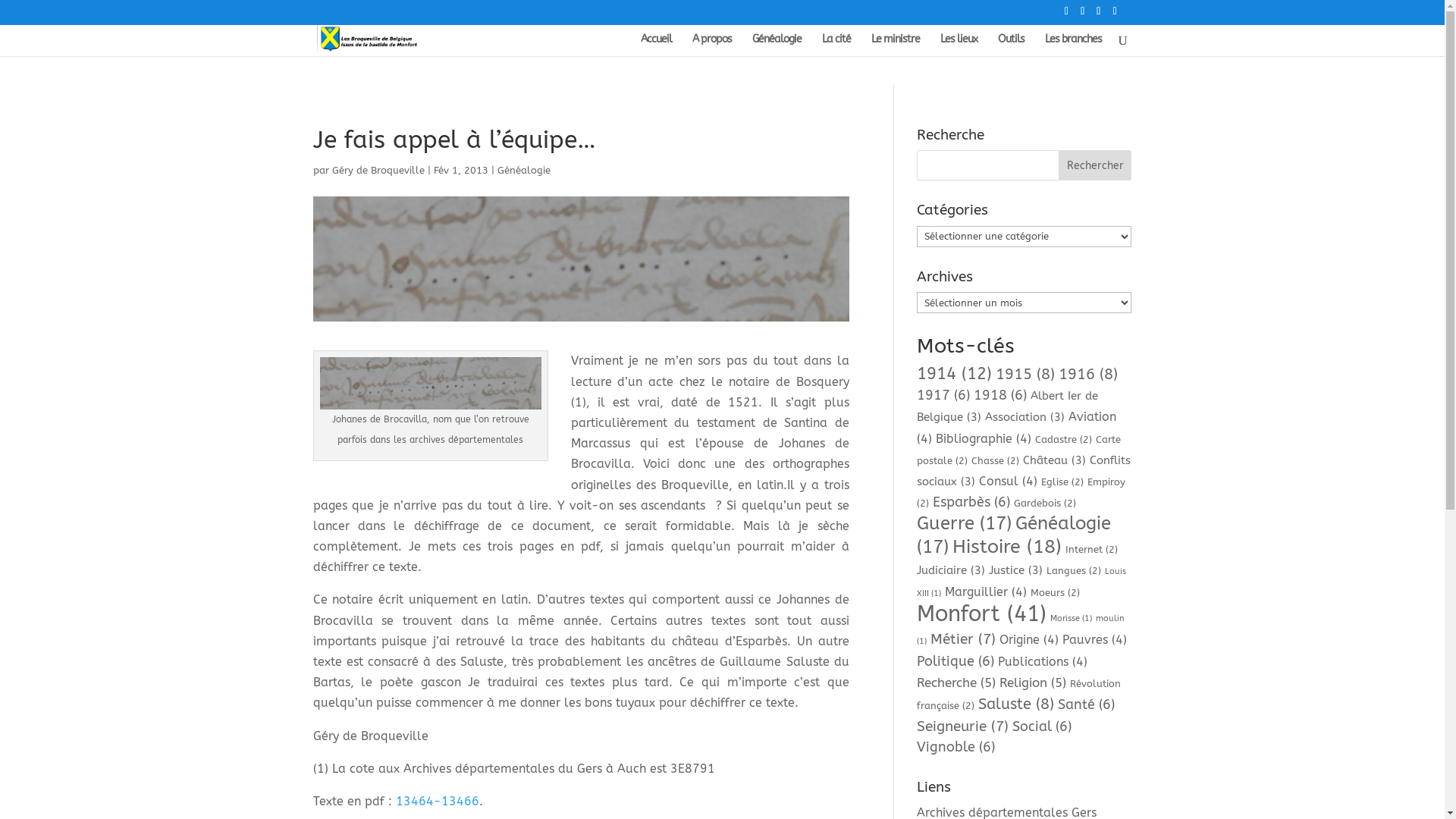 The image size is (1456, 819). What do you see at coordinates (1050, 618) in the screenshot?
I see `'Morisse (1)'` at bounding box center [1050, 618].